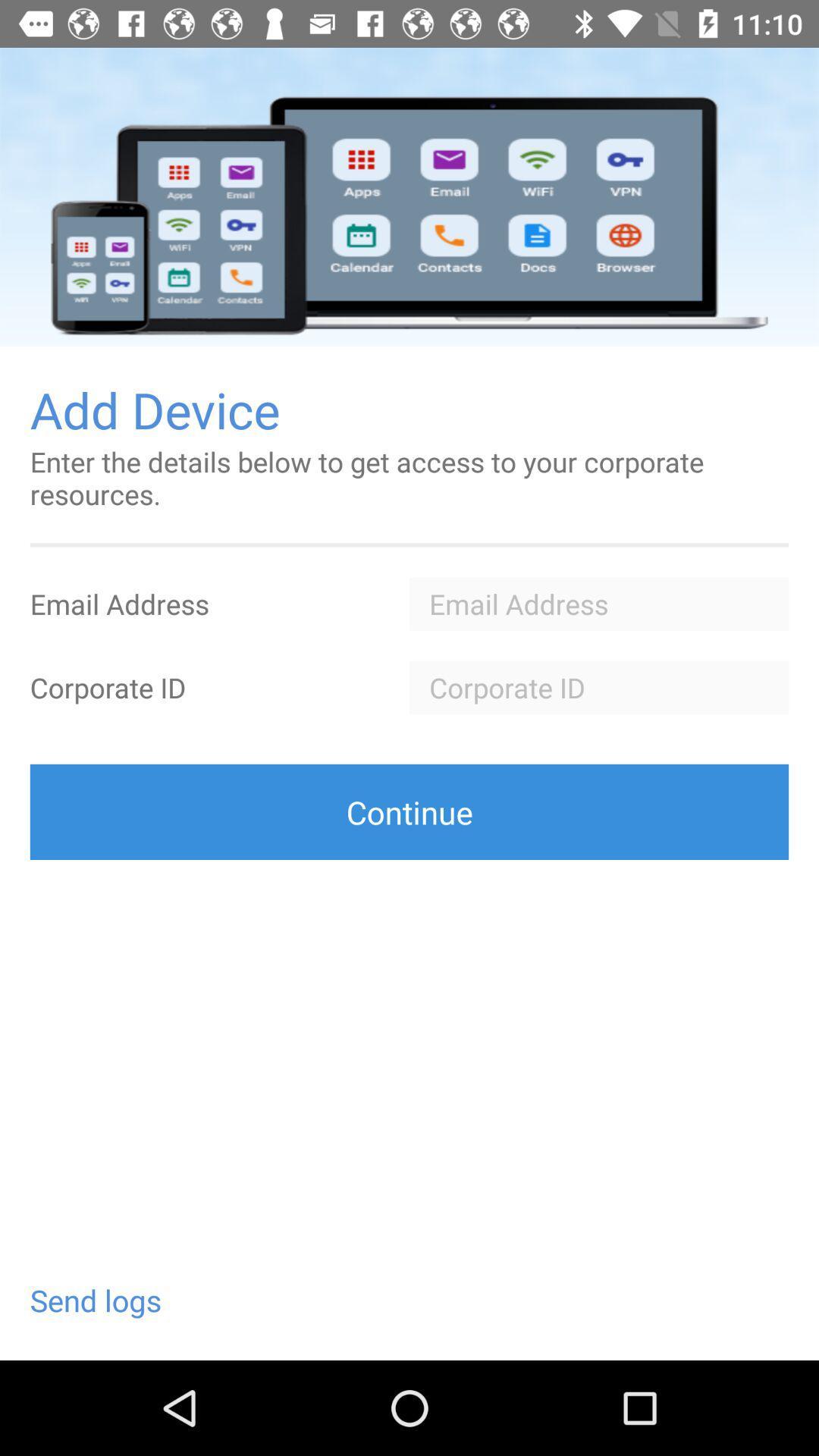 The image size is (819, 1456). Describe the element at coordinates (598, 686) in the screenshot. I see `type text` at that location.